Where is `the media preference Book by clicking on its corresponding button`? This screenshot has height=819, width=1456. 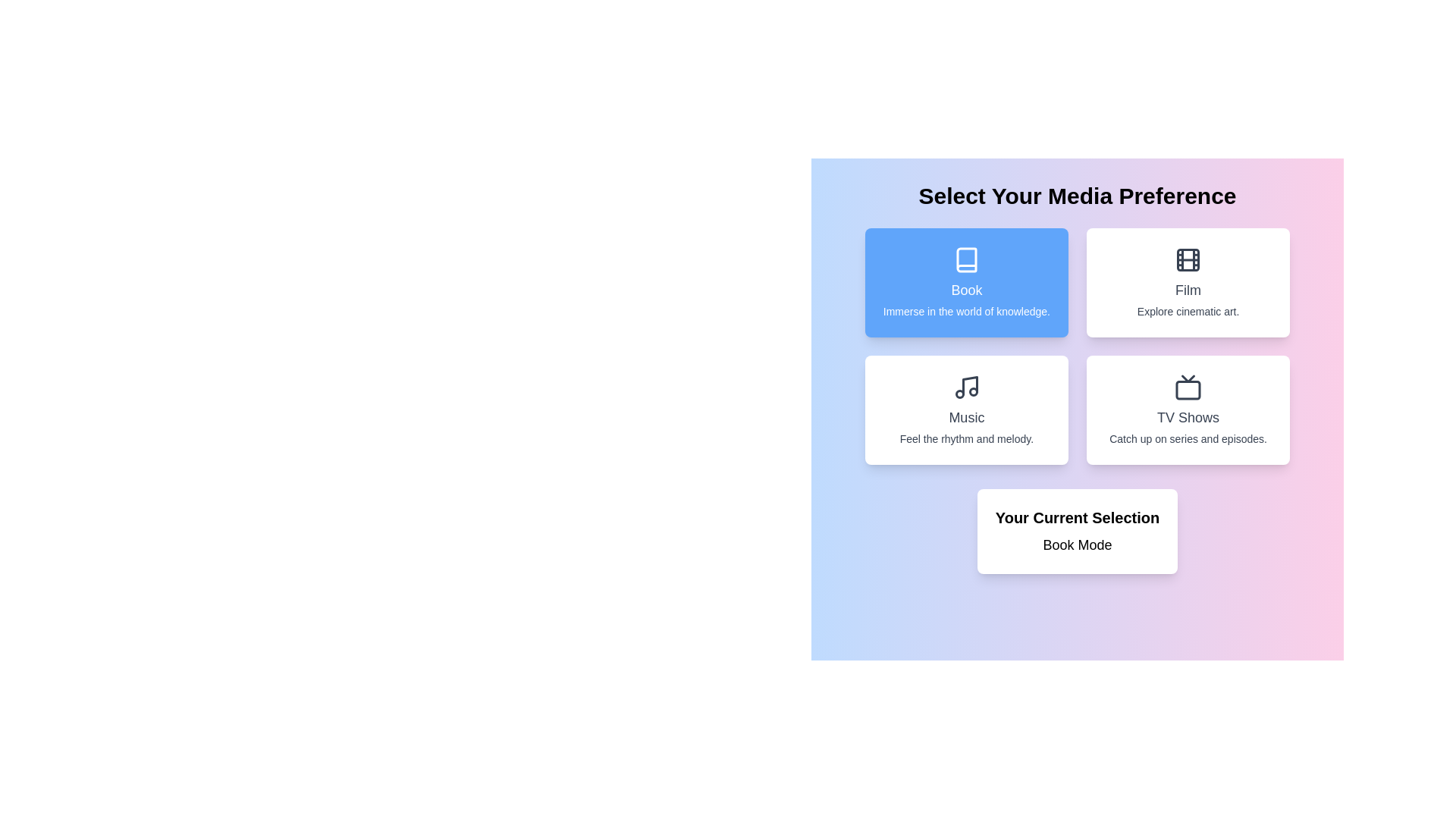
the media preference Book by clicking on its corresponding button is located at coordinates (965, 283).